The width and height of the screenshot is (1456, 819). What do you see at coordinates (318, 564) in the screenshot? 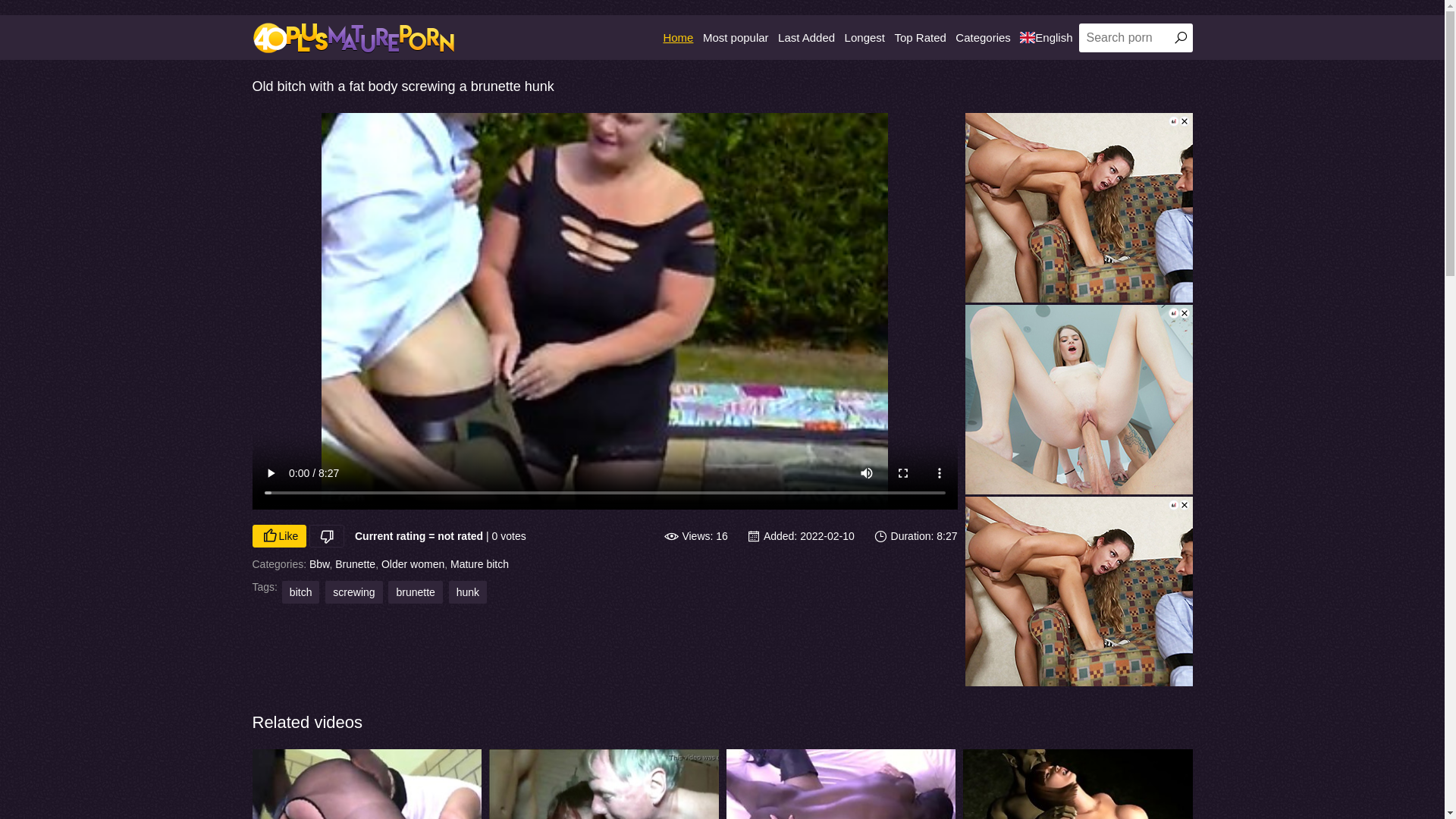
I see `'Bbw'` at bounding box center [318, 564].